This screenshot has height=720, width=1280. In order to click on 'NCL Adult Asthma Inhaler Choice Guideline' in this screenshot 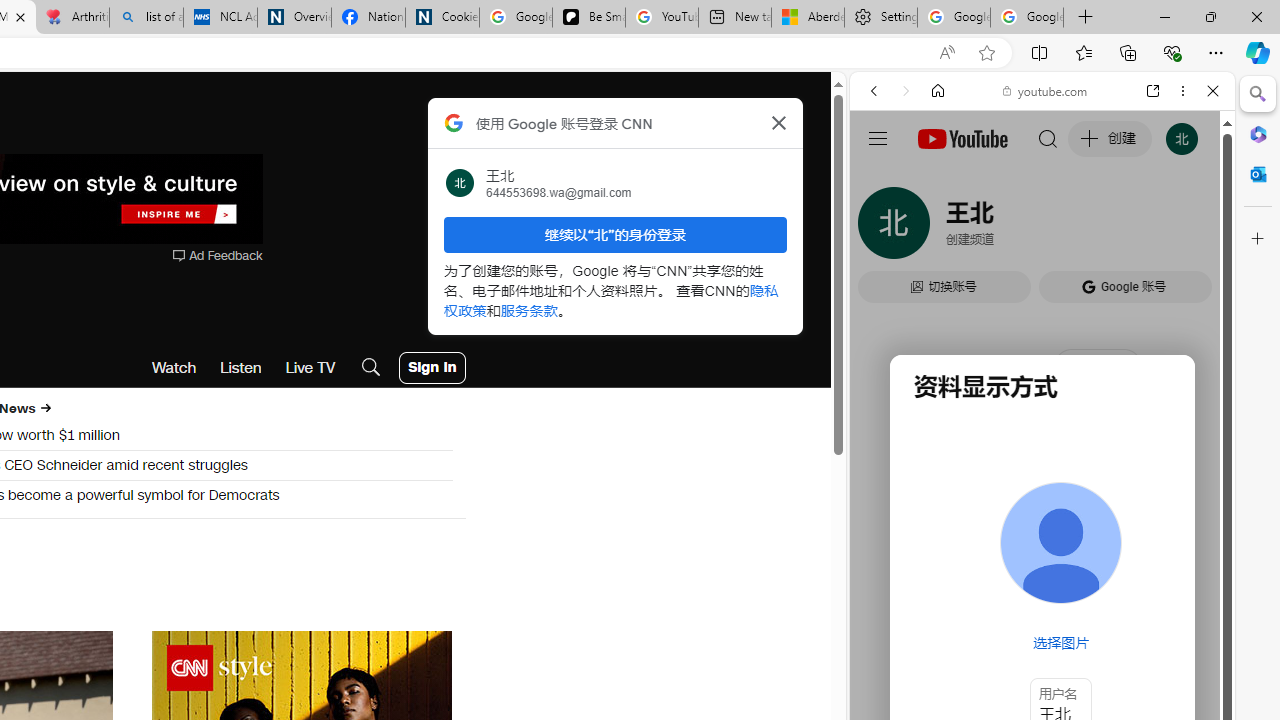, I will do `click(220, 17)`.